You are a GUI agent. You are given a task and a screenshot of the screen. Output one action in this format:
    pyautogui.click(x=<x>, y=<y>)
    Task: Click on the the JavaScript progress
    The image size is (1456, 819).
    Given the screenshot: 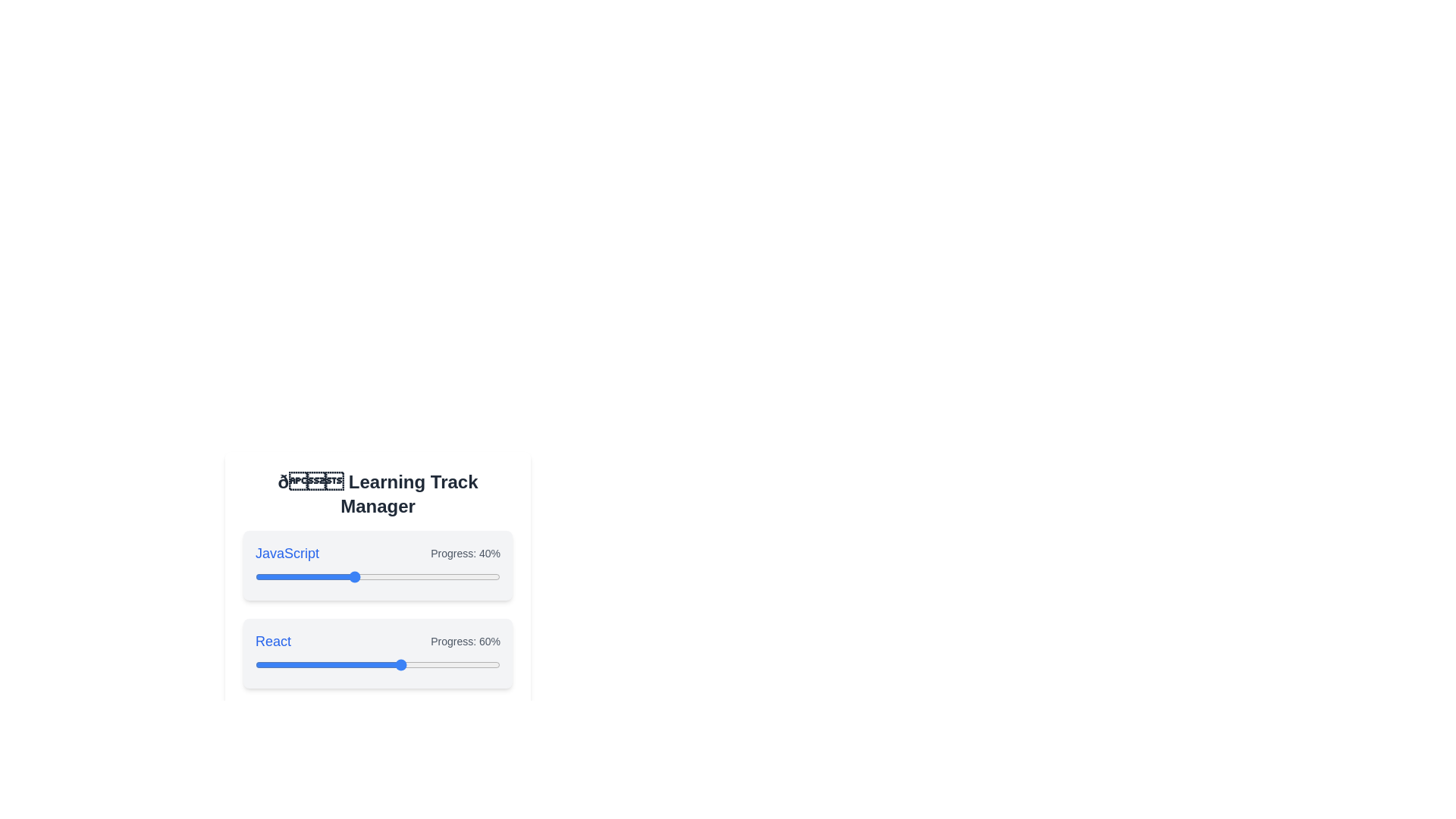 What is the action you would take?
    pyautogui.click(x=477, y=576)
    